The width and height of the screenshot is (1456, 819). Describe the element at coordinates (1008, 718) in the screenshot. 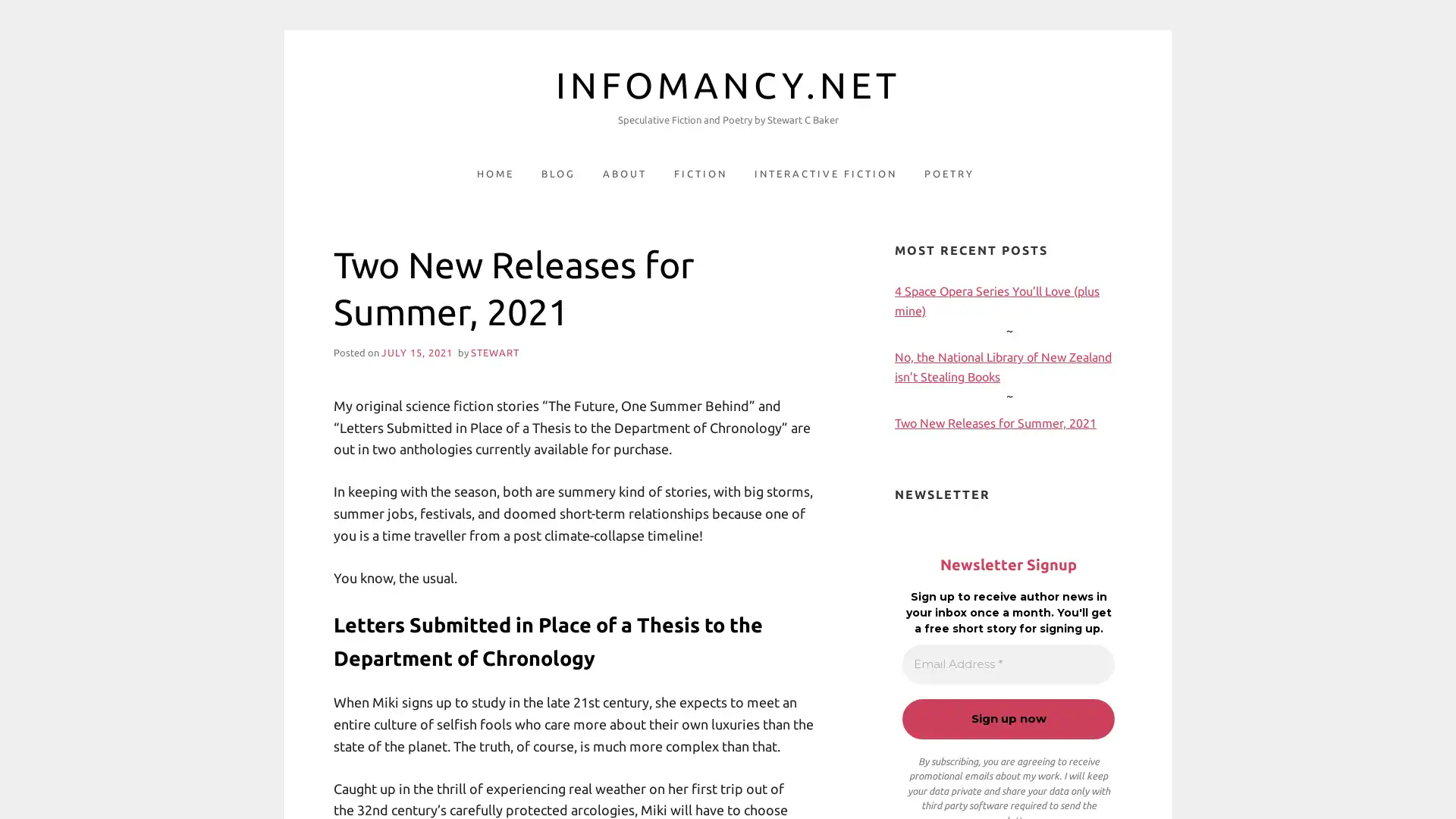

I see `Sign up now` at that location.